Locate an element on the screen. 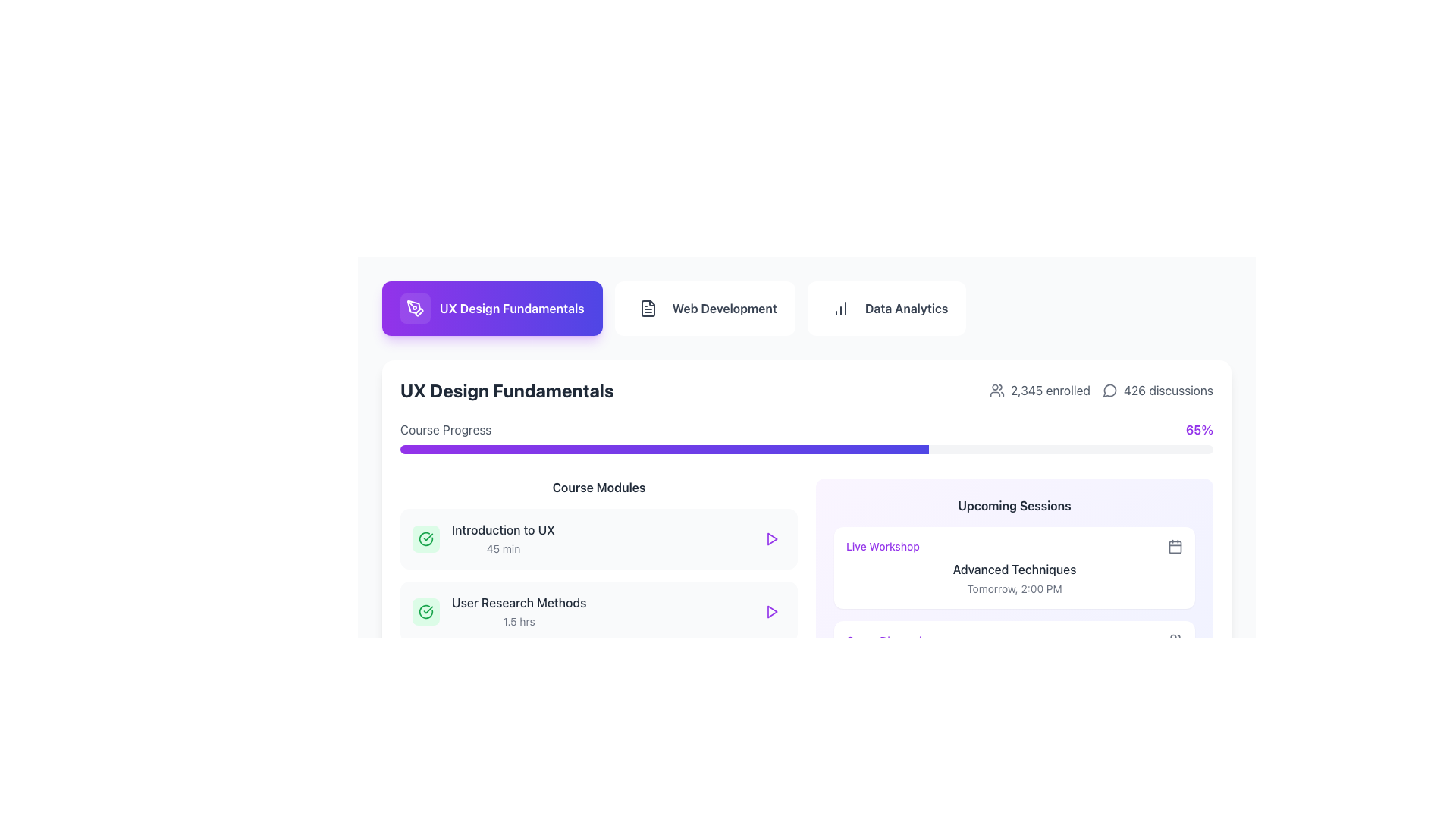 The width and height of the screenshot is (1456, 819). the 'Live Workshop' text label, which is a small-sized, purple font label located in the 'Upcoming Sessions' section is located at coordinates (883, 547).